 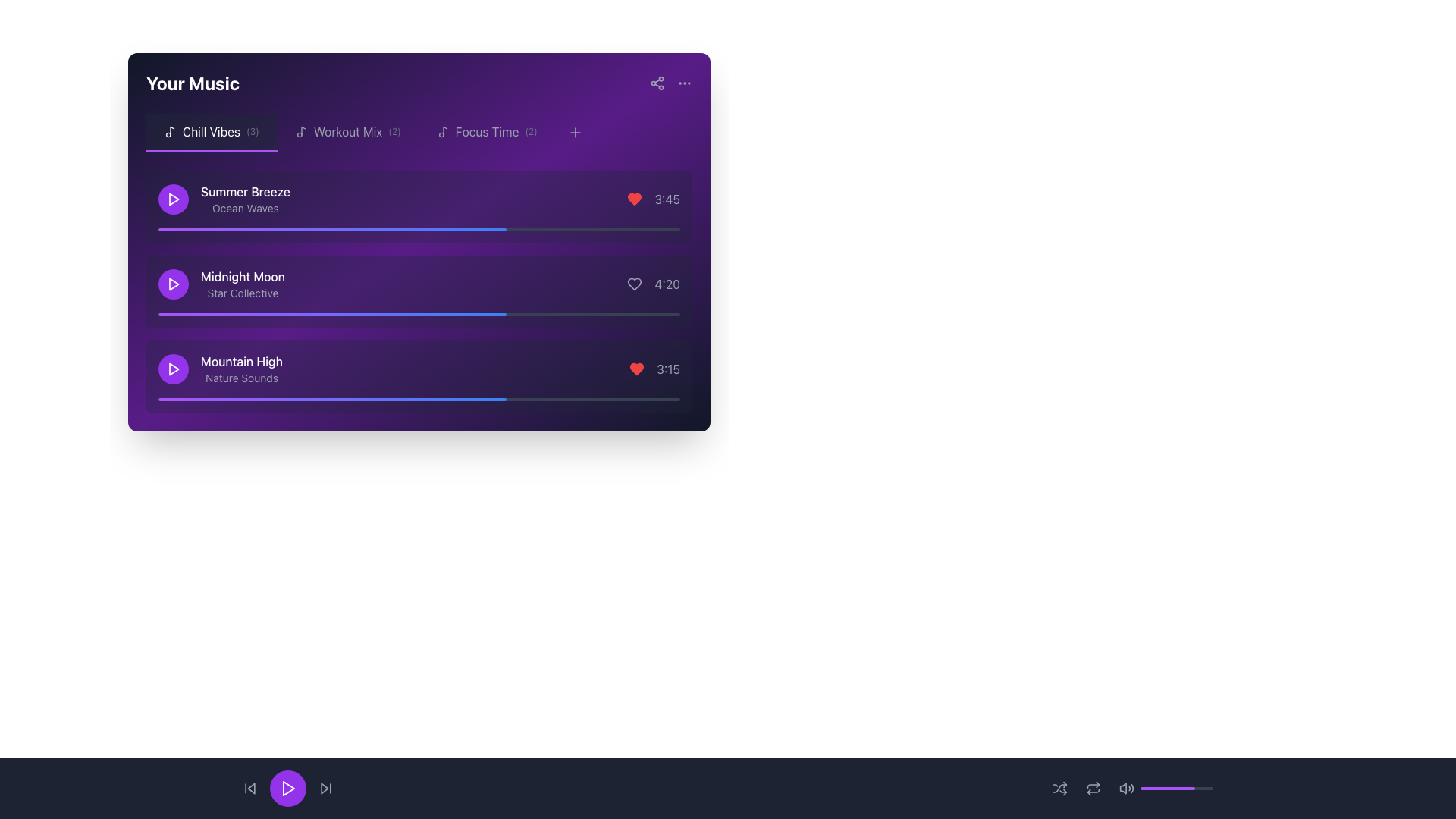 What do you see at coordinates (245, 191) in the screenshot?
I see `the non-interactive text label displaying the title 'Summer Breeze', which is the first track entry in the 'Chill Vibes' category list` at bounding box center [245, 191].